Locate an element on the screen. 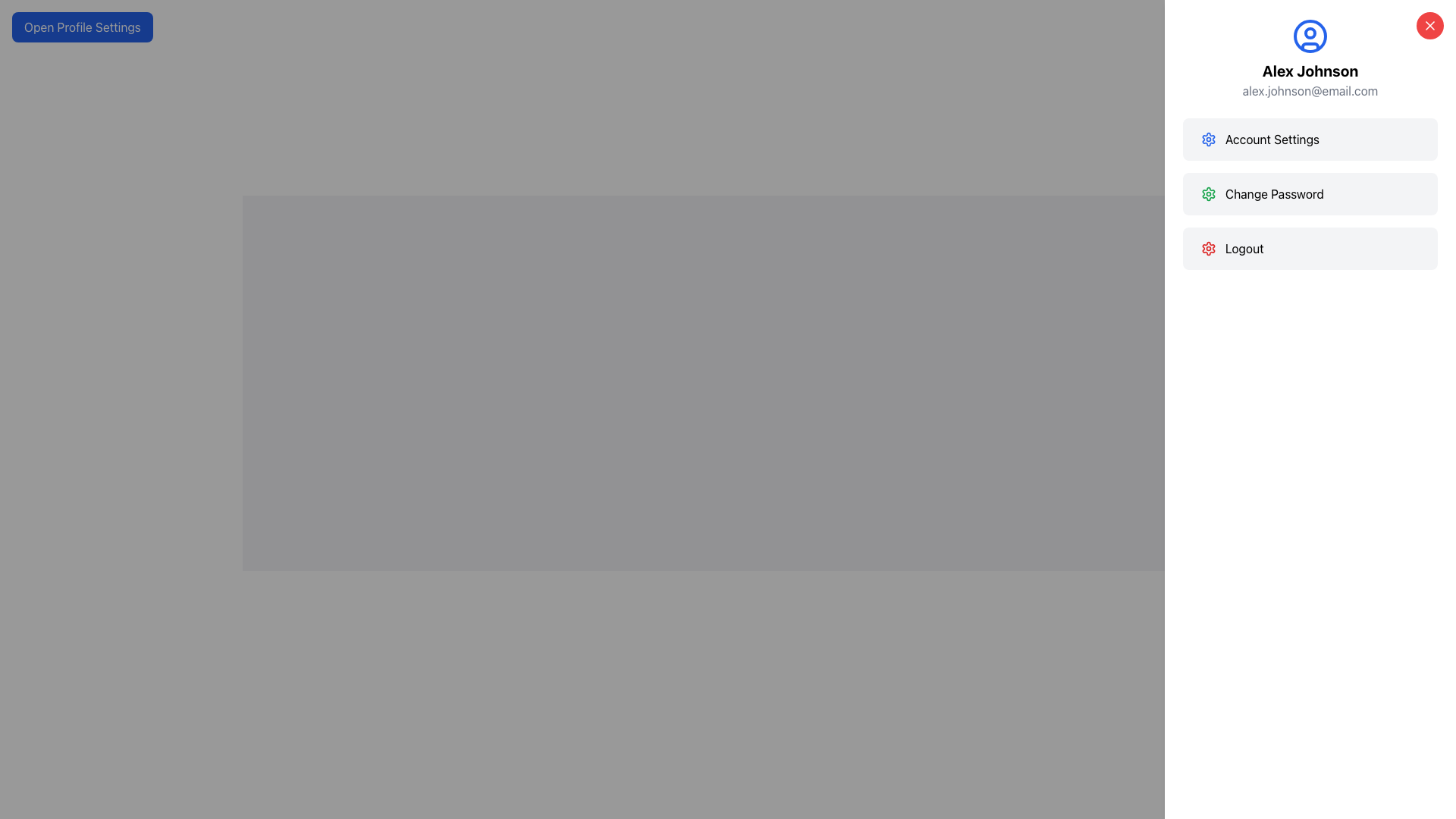 This screenshot has height=819, width=1456. the SVG Circle representing the head is located at coordinates (1310, 33).